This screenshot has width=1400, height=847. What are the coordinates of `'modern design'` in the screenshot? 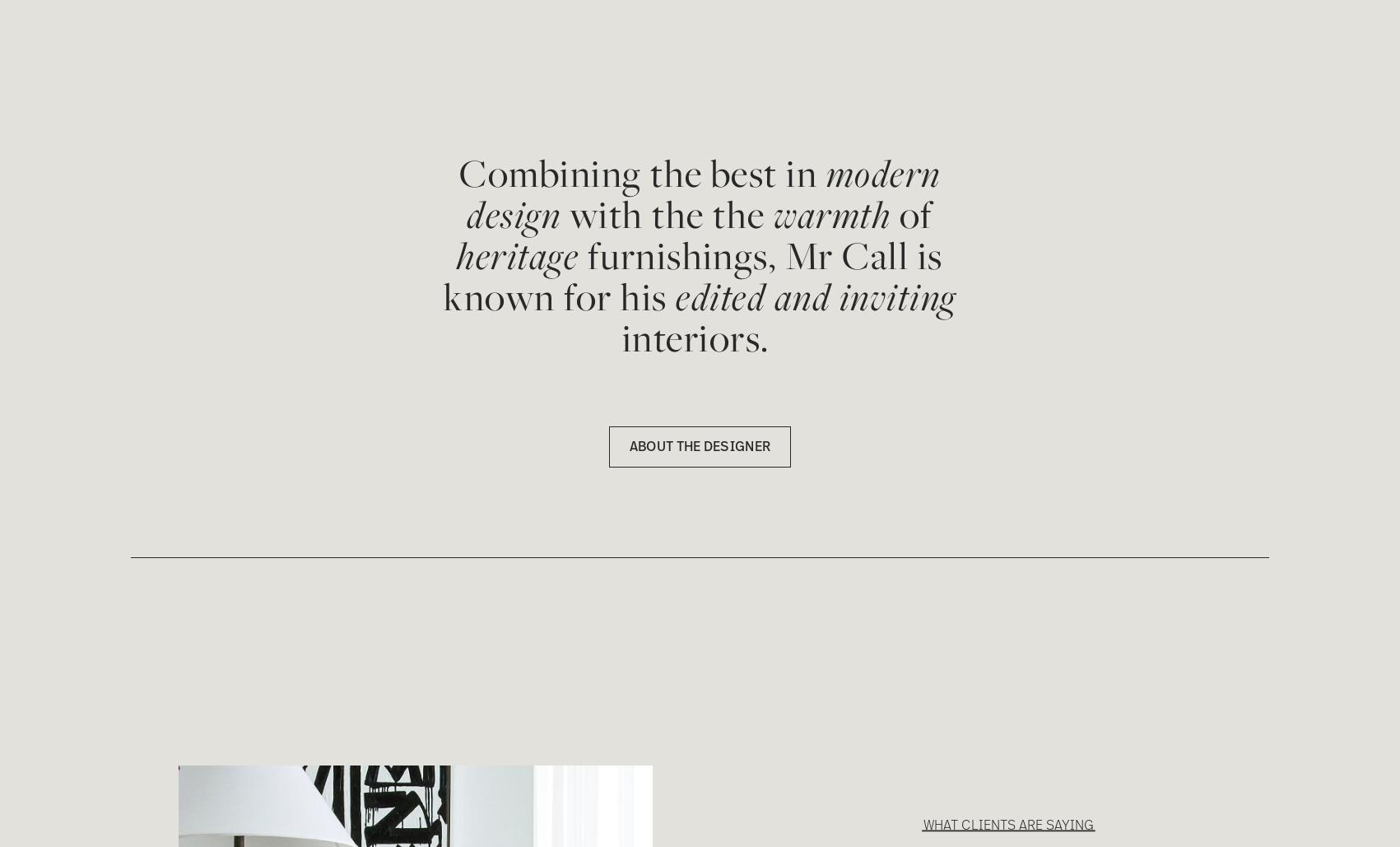 It's located at (707, 193).